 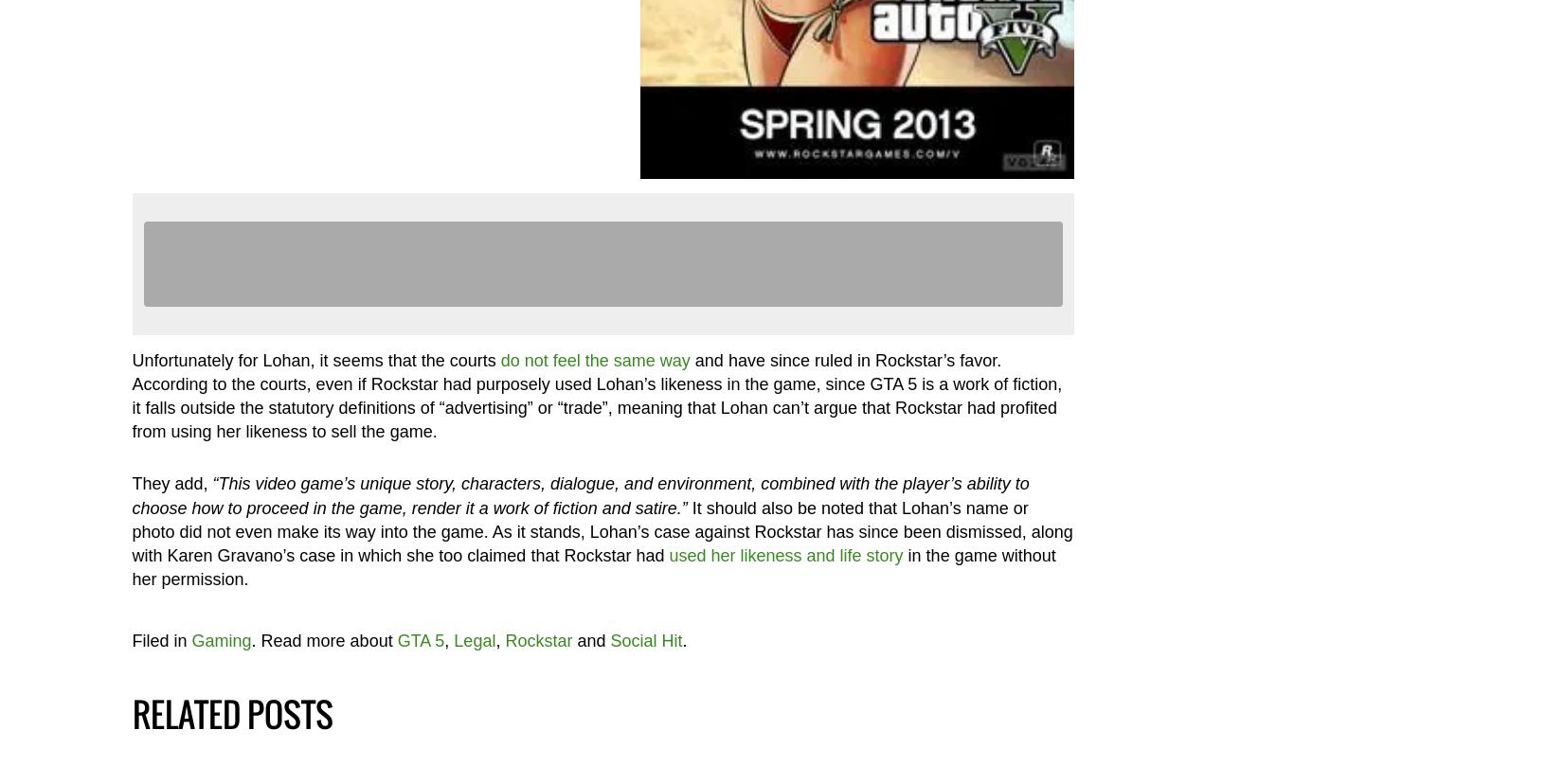 What do you see at coordinates (571, 639) in the screenshot?
I see `'and'` at bounding box center [571, 639].